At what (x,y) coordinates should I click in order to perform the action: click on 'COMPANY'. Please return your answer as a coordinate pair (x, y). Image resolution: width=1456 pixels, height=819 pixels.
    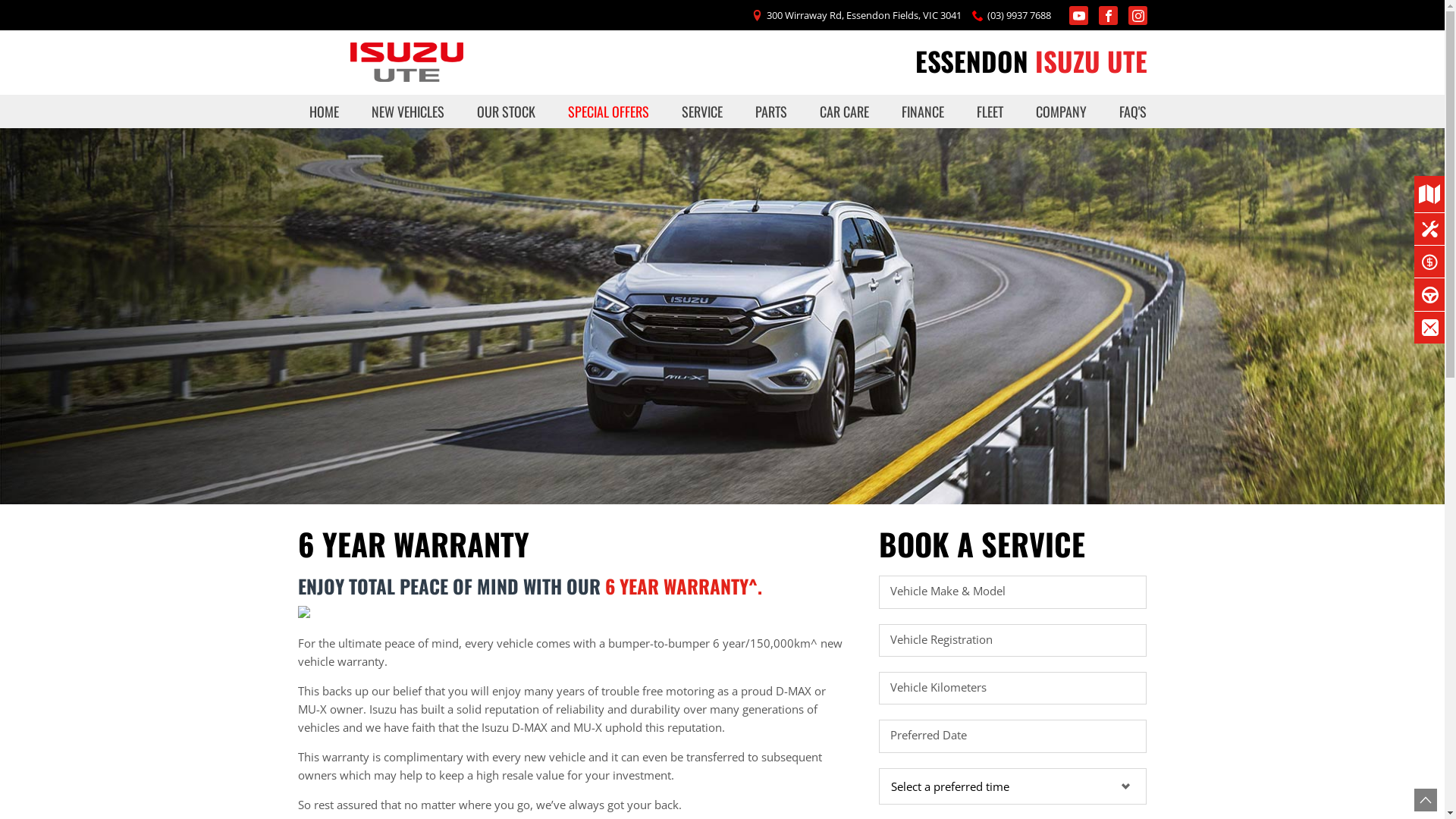
    Looking at the image, I should click on (1060, 110).